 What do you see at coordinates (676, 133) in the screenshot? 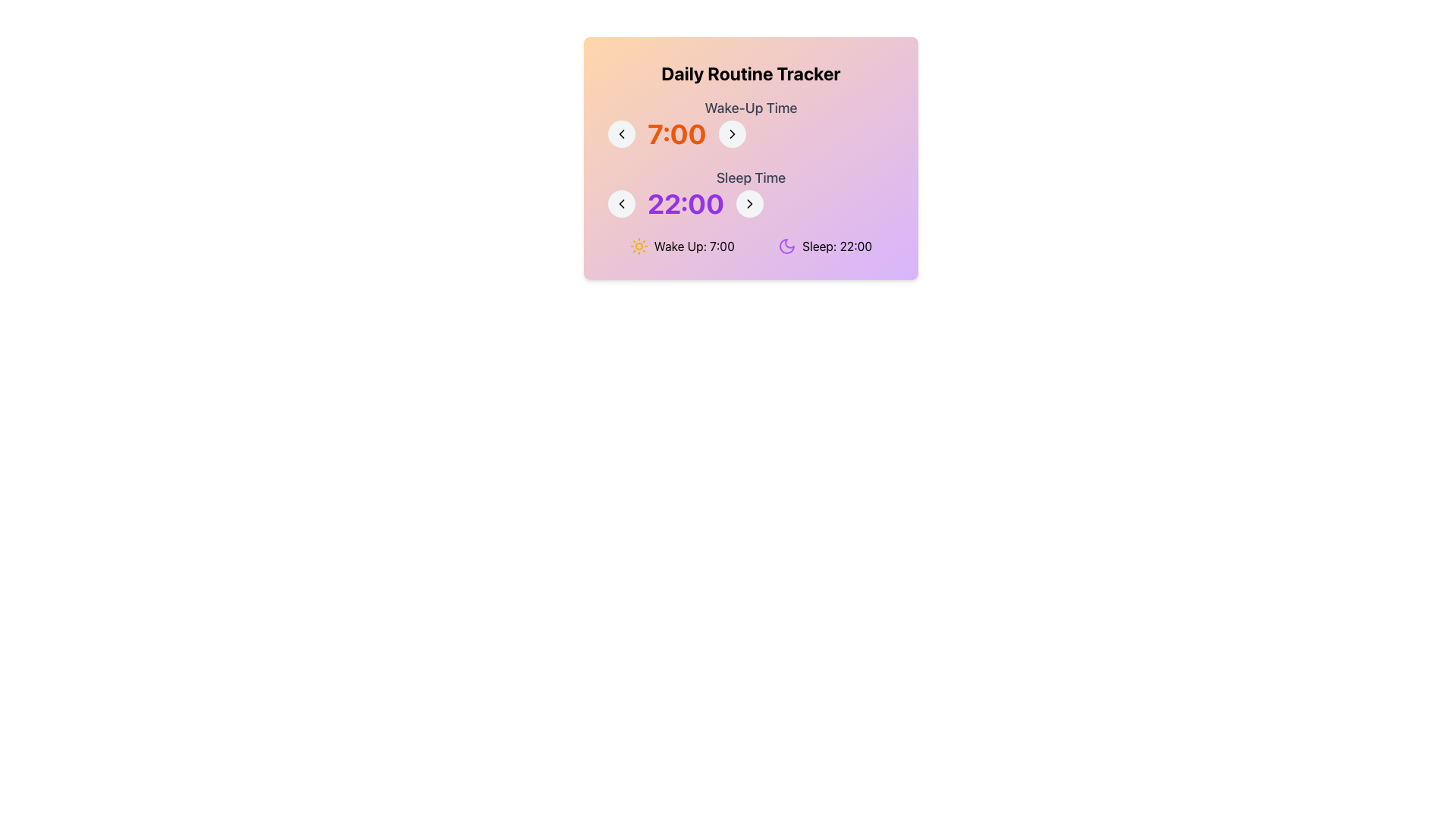
I see `the time display showing '7:00' in a large, bold, orange font, centrally located in the 'Wake-Up Time' section` at bounding box center [676, 133].